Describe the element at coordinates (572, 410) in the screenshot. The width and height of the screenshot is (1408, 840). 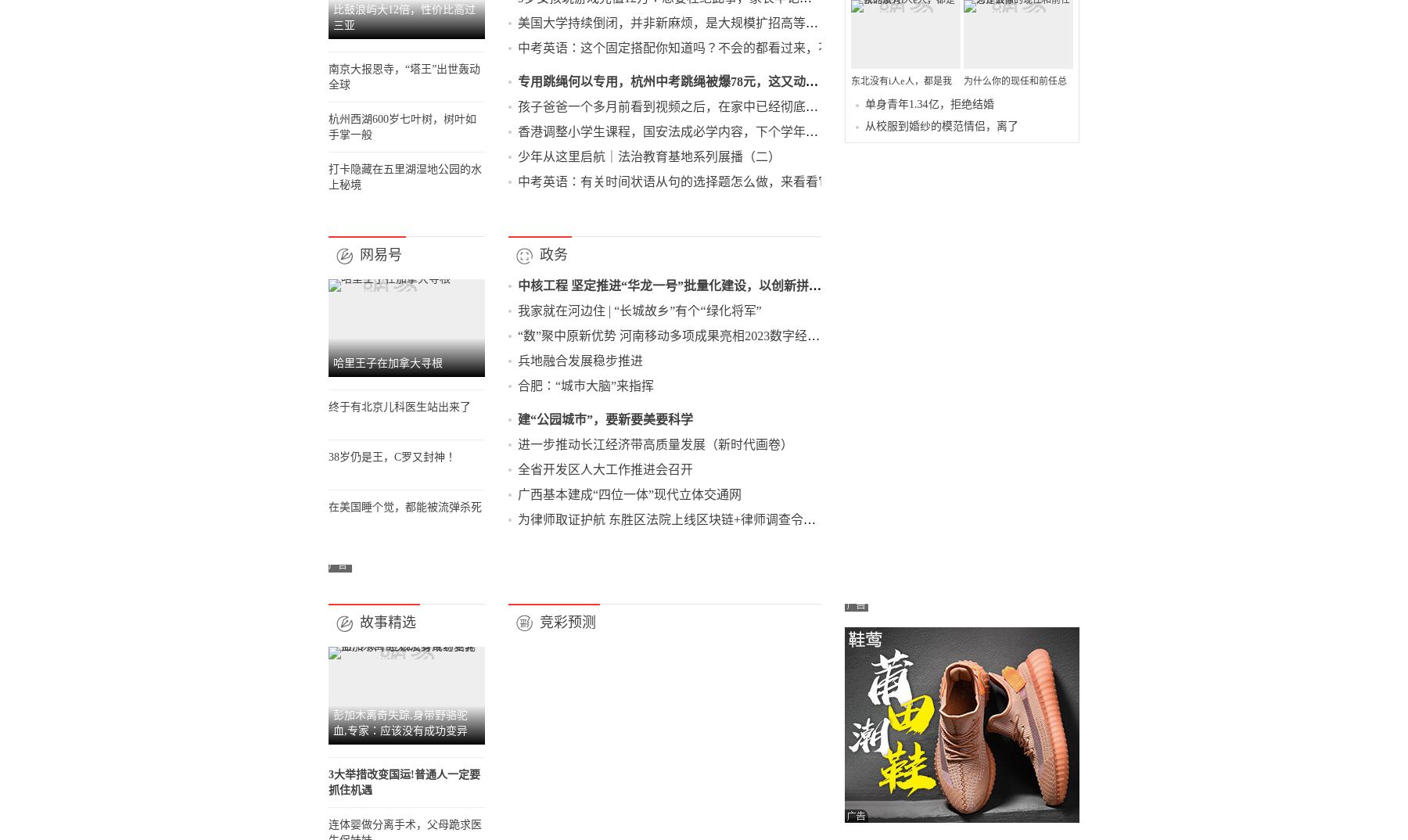
I see `'专用跳绳何以专用，杭州中考跳绳被爆78元，这又动了谁的“奶酪”'` at that location.